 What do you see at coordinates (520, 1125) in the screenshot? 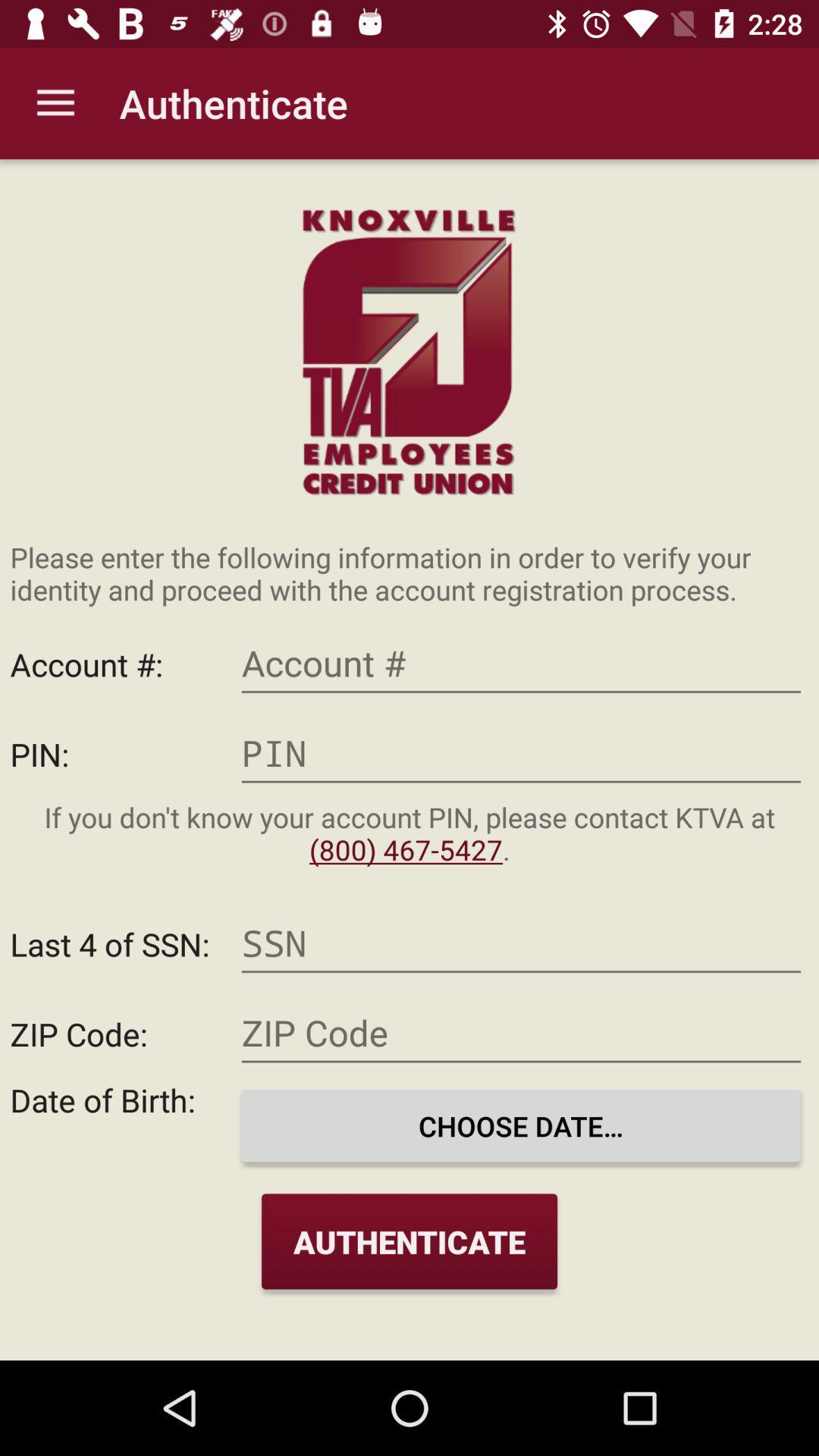
I see `the icon above the authenticate item` at bounding box center [520, 1125].